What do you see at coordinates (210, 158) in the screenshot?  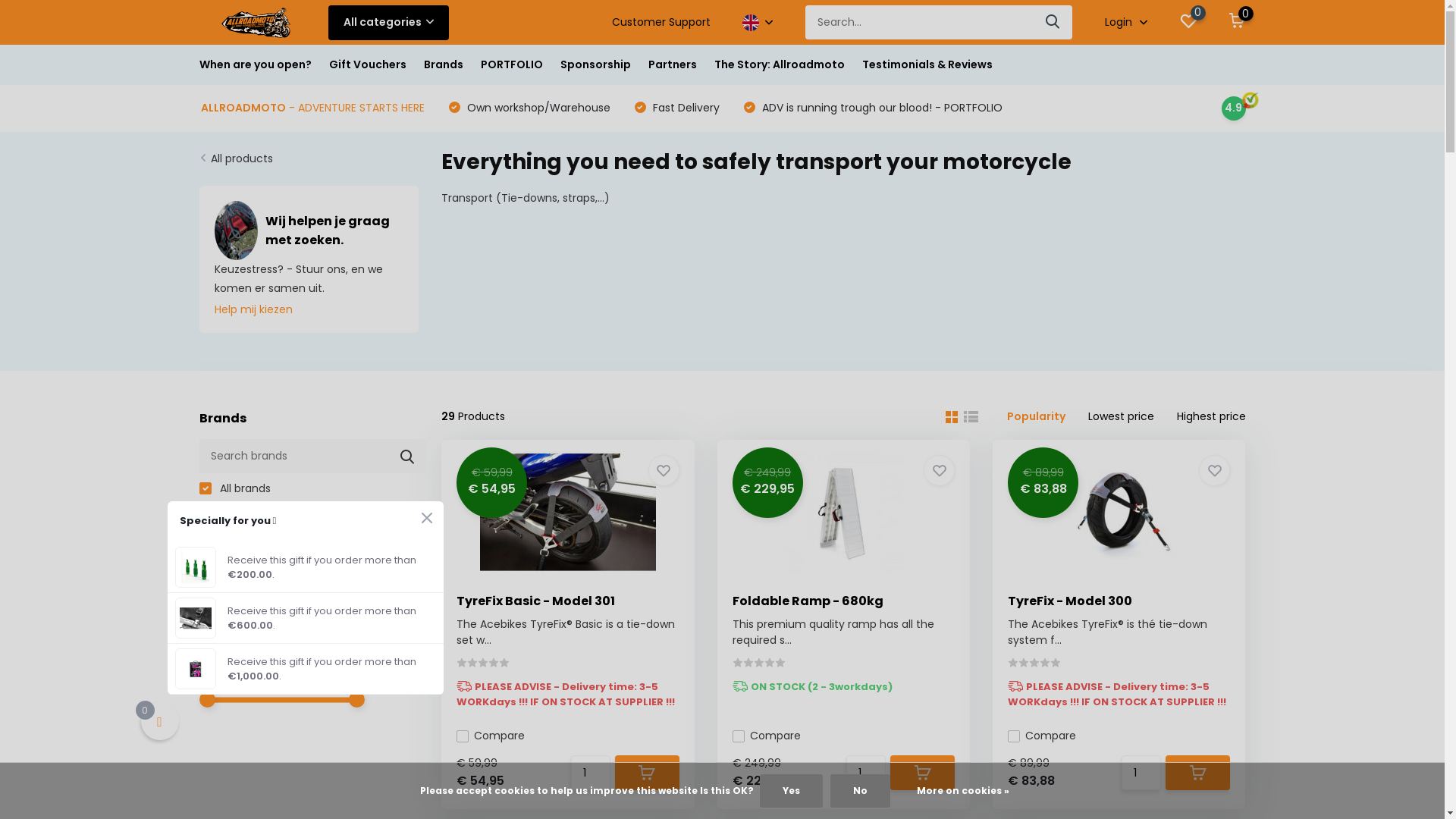 I see `'All products'` at bounding box center [210, 158].